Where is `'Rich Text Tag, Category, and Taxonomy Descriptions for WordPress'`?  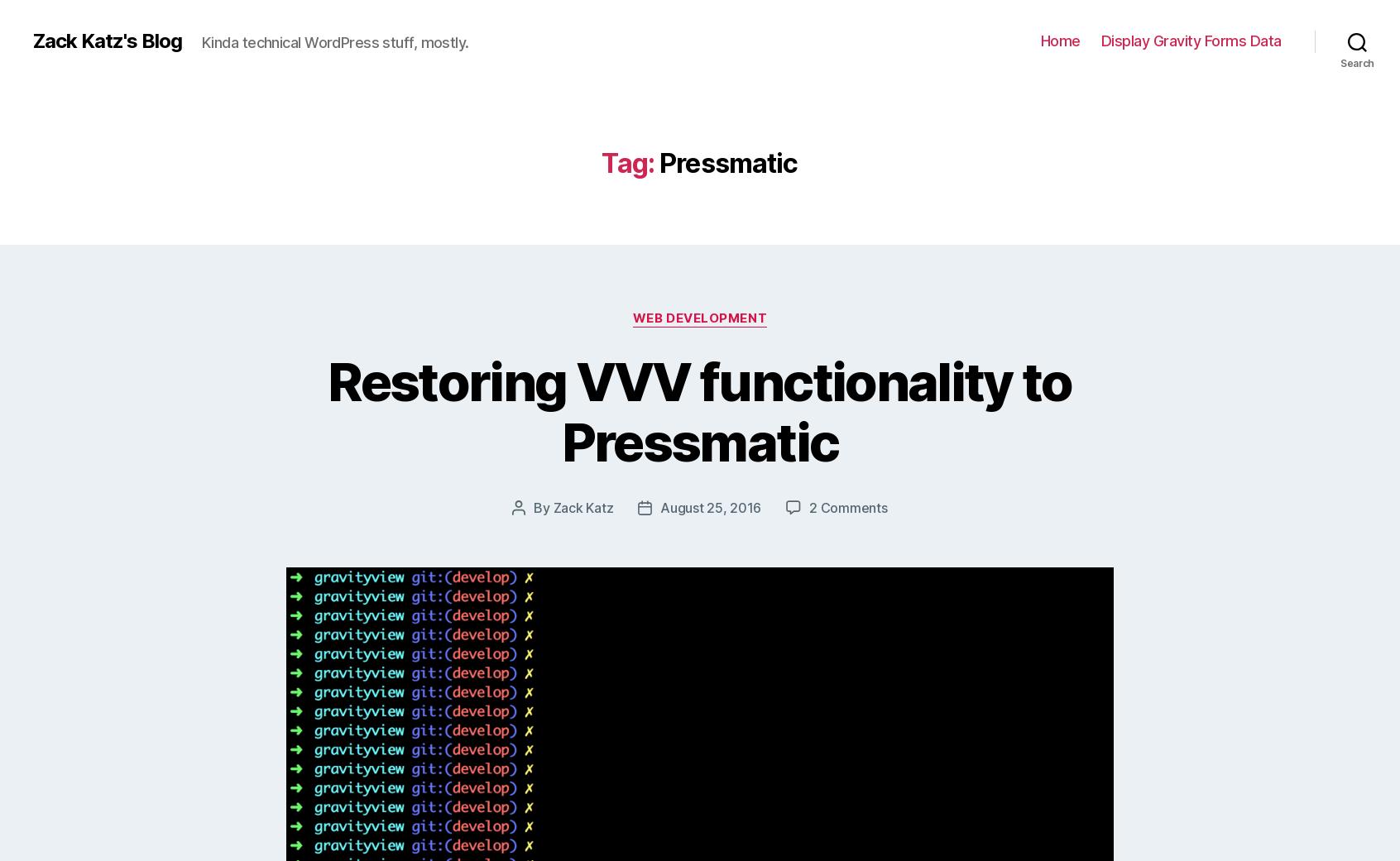
'Rich Text Tag, Category, and Taxonomy Descriptions for WordPress' is located at coordinates (749, 533).